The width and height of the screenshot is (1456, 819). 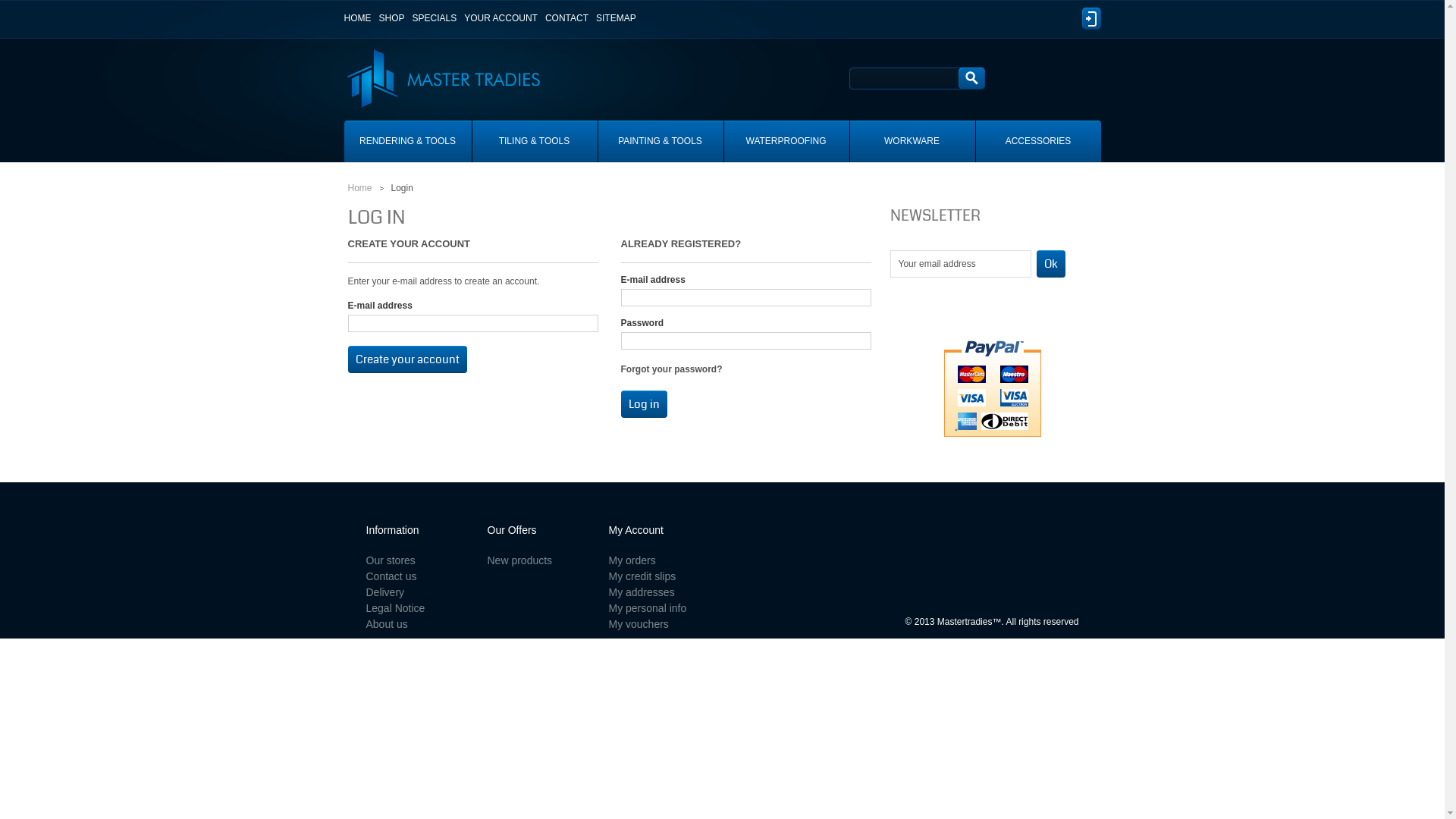 I want to click on 'My credit slips', so click(x=642, y=576).